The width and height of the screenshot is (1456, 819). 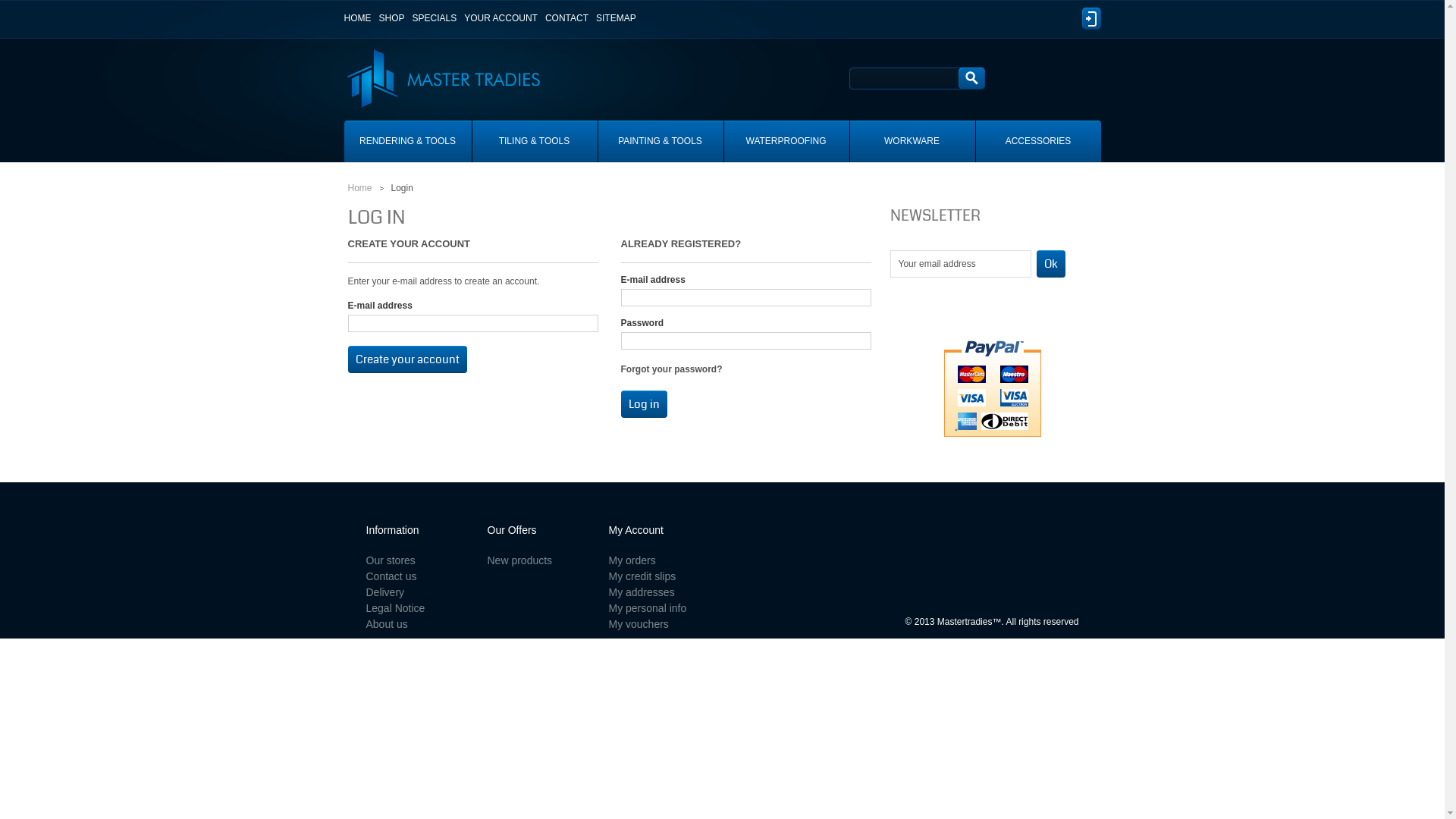 I want to click on 'My credit slips', so click(x=642, y=576).